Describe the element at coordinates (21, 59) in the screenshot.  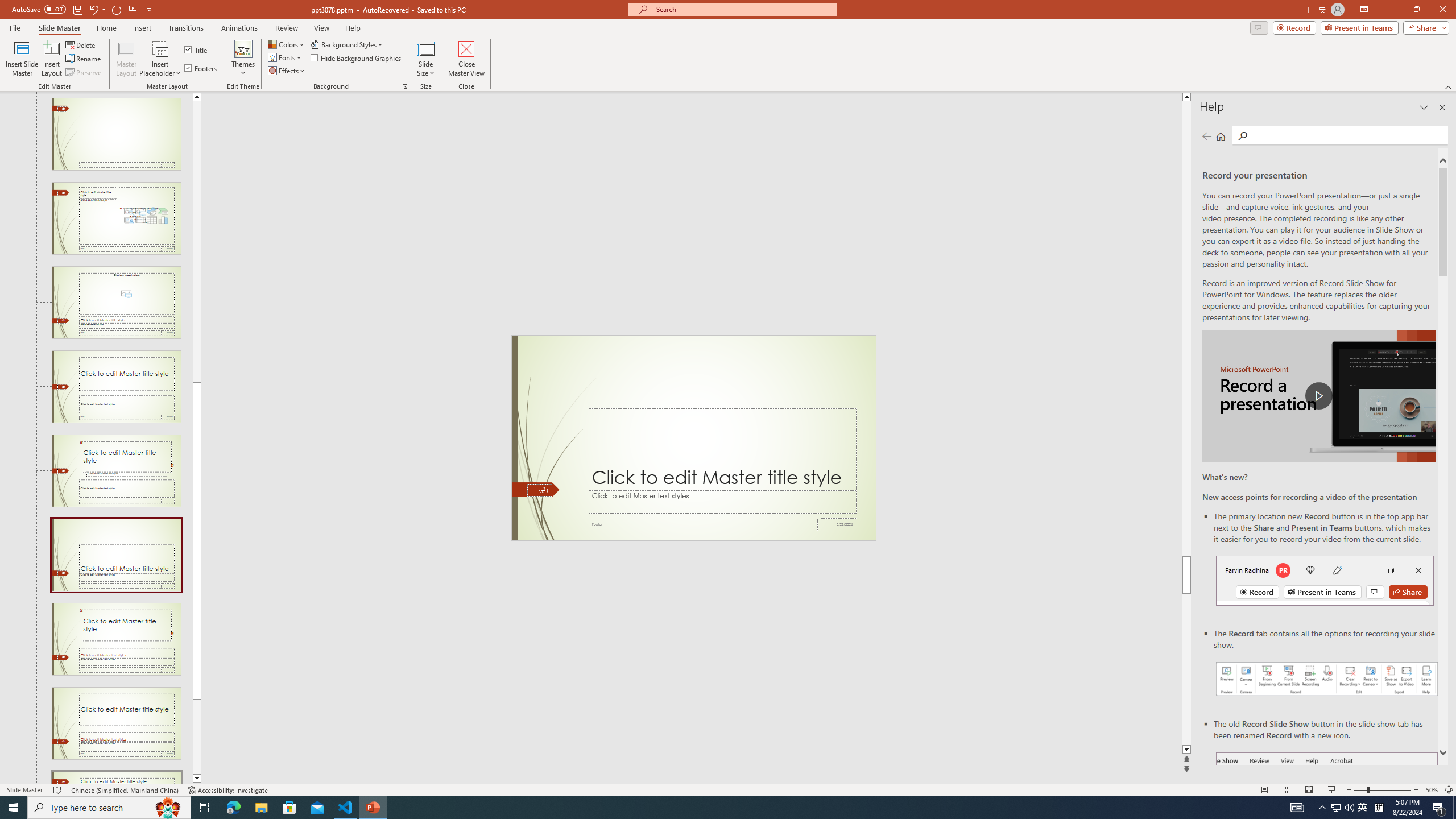
I see `'Insert Slide Master'` at that location.